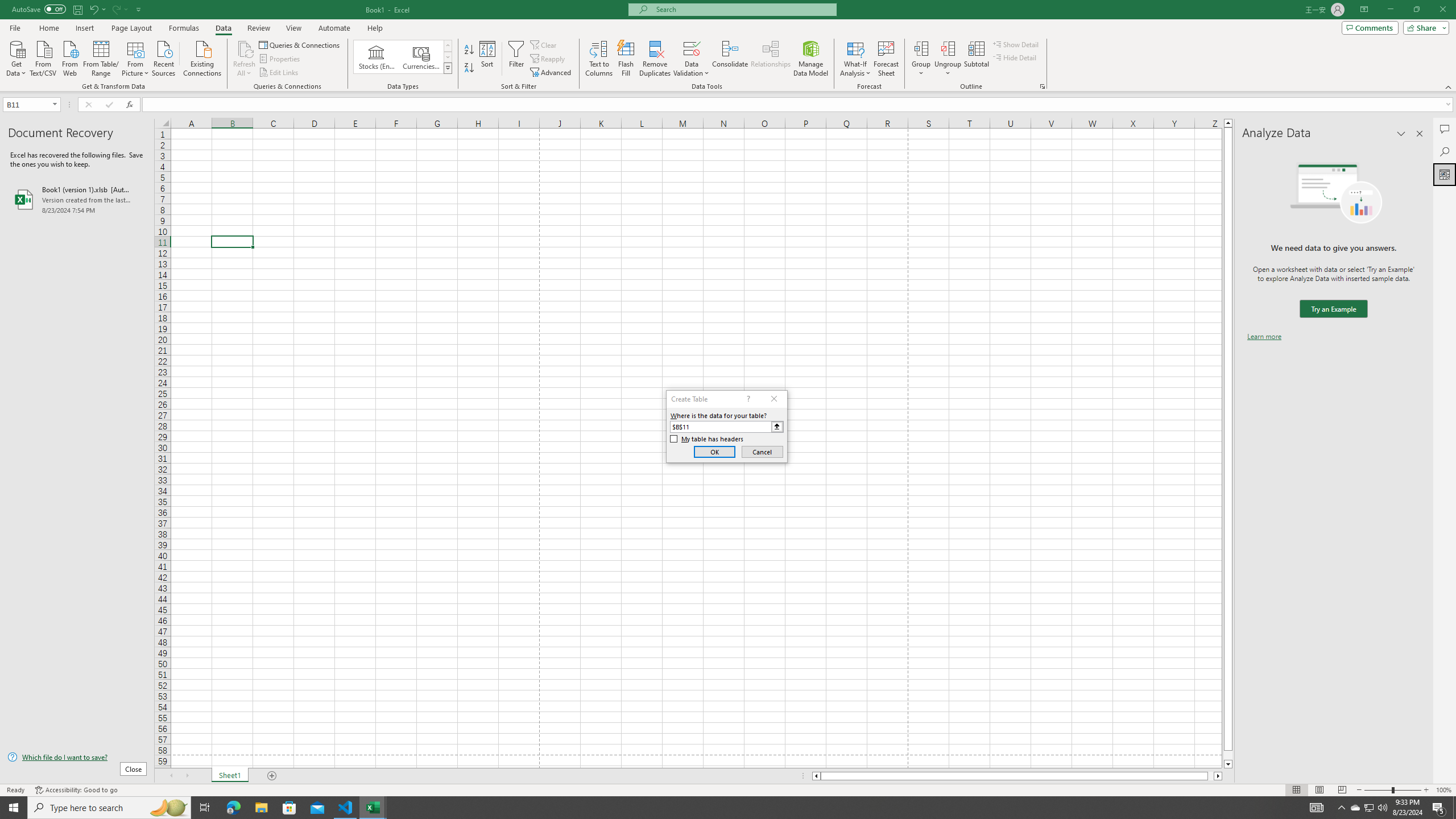 This screenshot has height=819, width=1456. What do you see at coordinates (170, 775) in the screenshot?
I see `'Scroll Left'` at bounding box center [170, 775].